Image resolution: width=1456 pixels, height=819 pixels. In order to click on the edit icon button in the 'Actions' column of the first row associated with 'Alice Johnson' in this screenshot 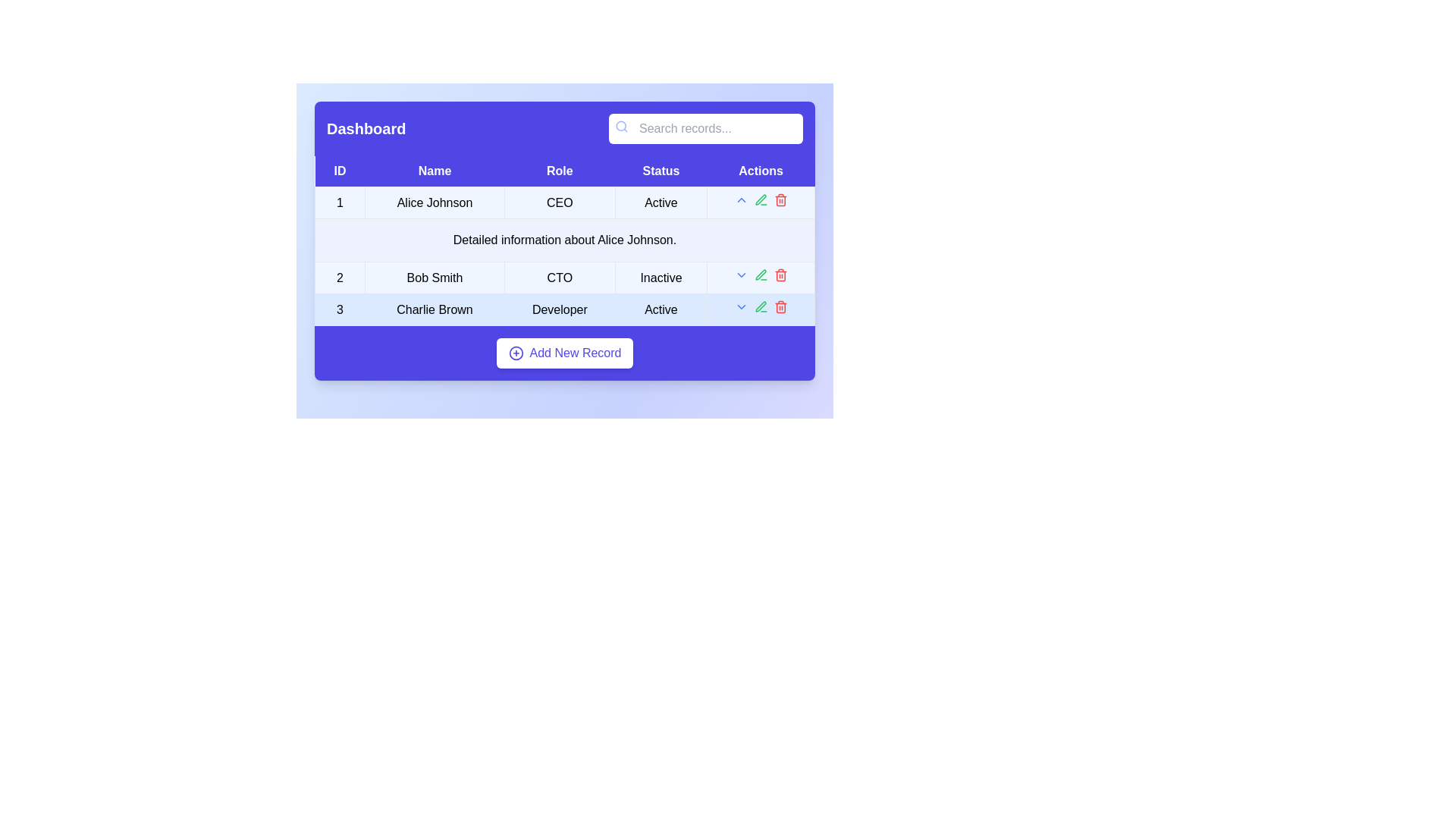, I will do `click(761, 199)`.